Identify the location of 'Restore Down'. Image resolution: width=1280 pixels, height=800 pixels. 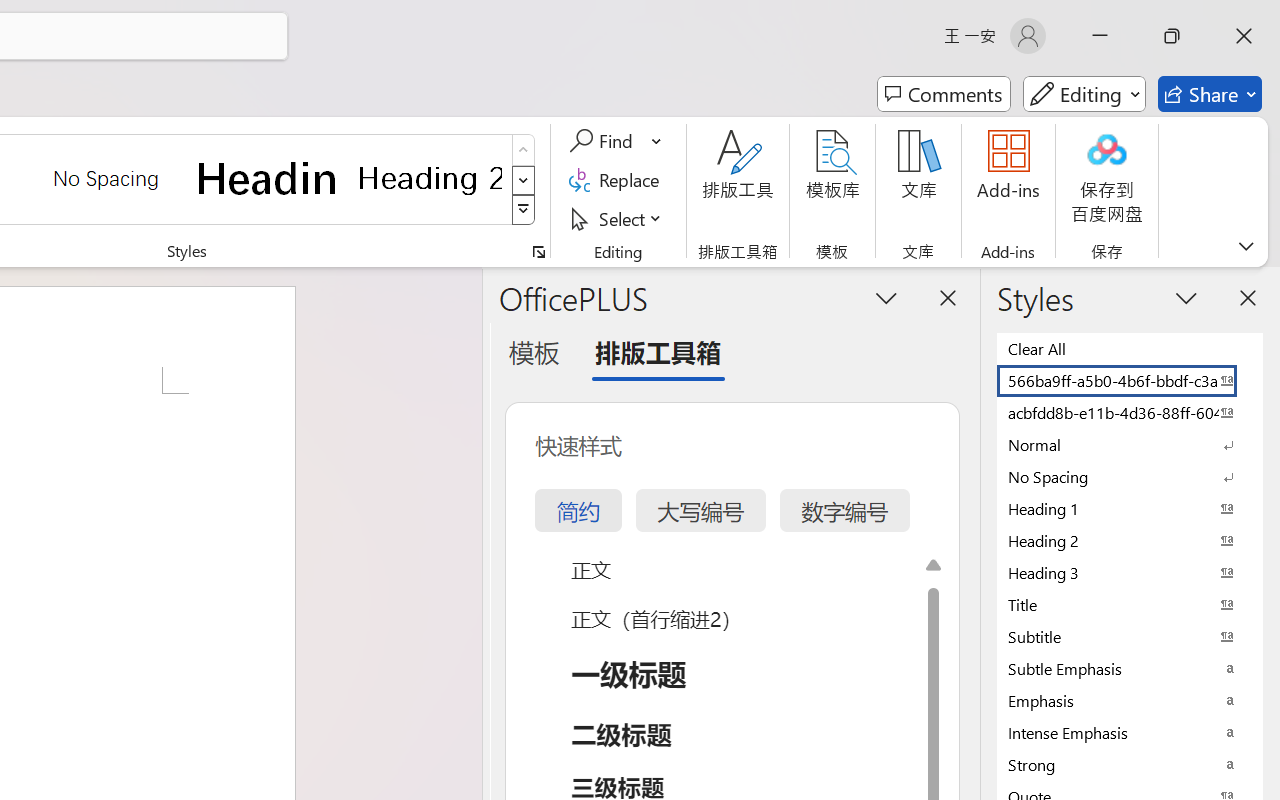
(1172, 35).